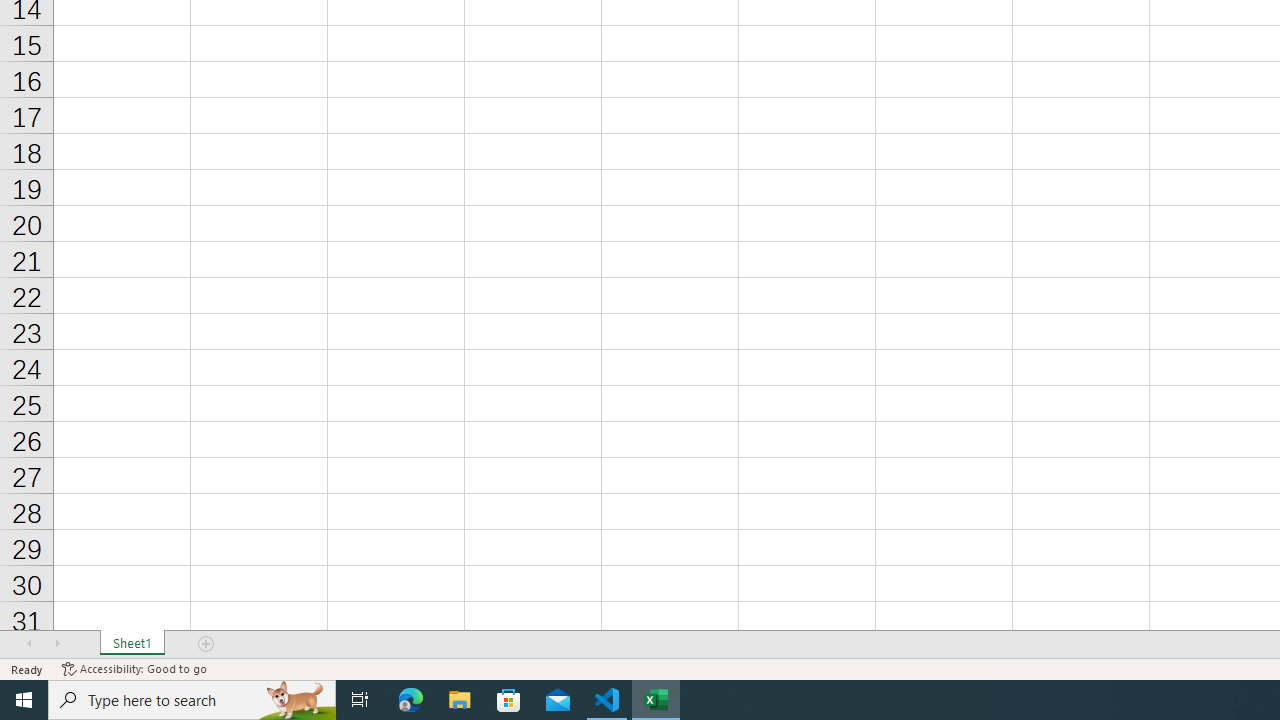  I want to click on 'Add Sheet', so click(207, 644).